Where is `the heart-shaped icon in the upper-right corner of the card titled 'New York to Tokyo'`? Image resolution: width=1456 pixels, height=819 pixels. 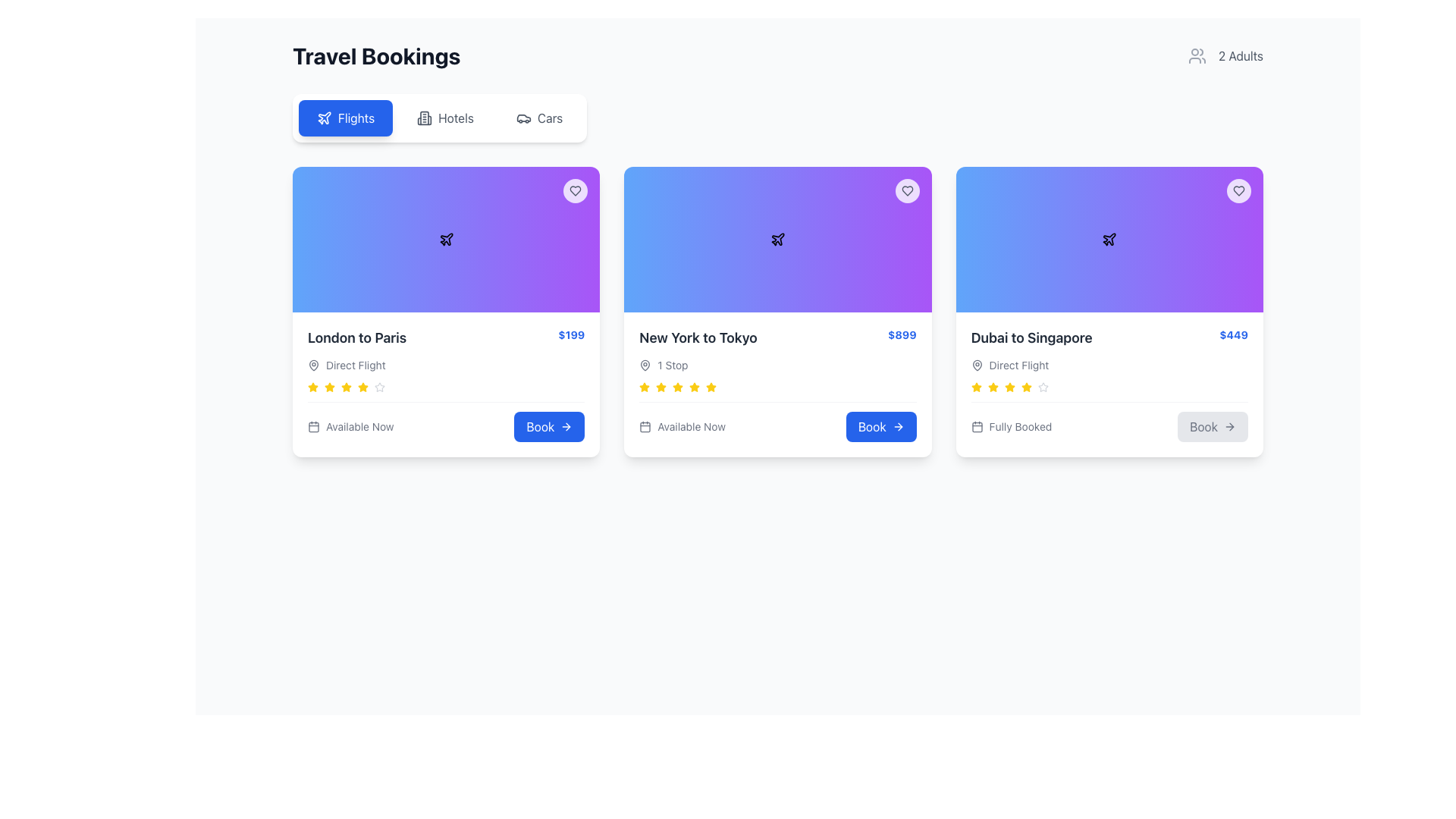 the heart-shaped icon in the upper-right corner of the card titled 'New York to Tokyo' is located at coordinates (907, 190).